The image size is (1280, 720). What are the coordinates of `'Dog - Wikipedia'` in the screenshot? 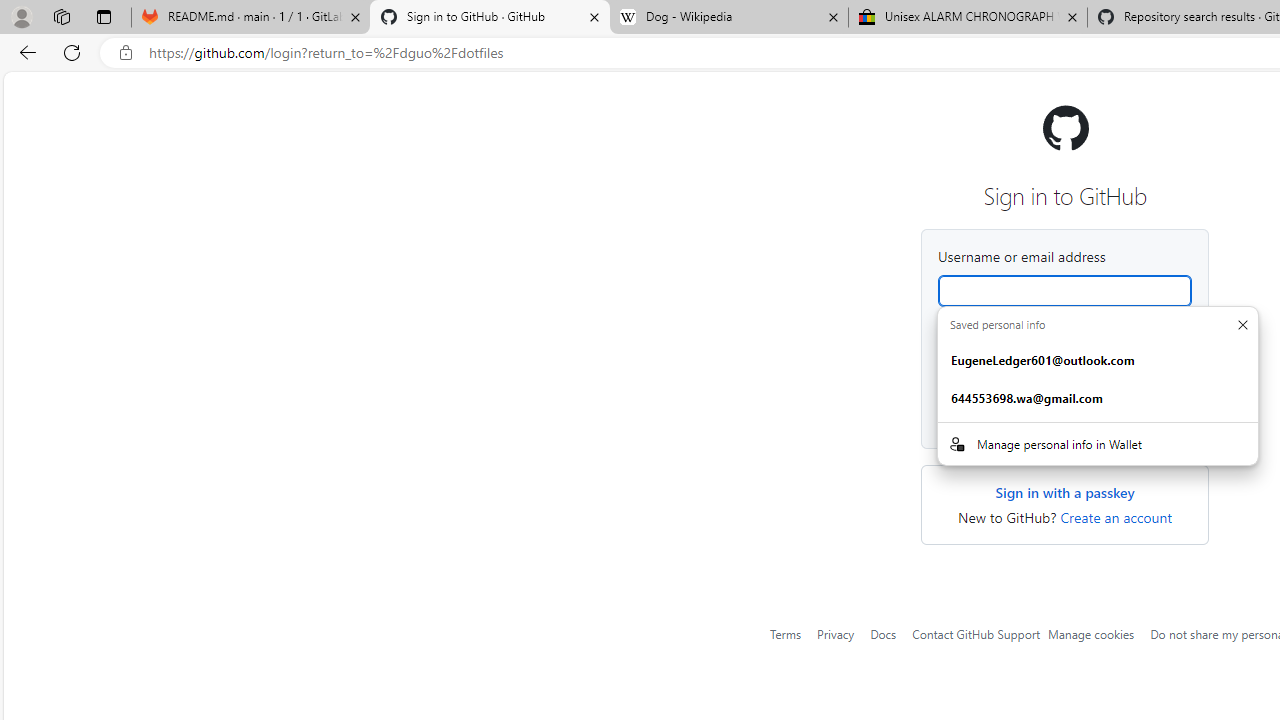 It's located at (728, 17).